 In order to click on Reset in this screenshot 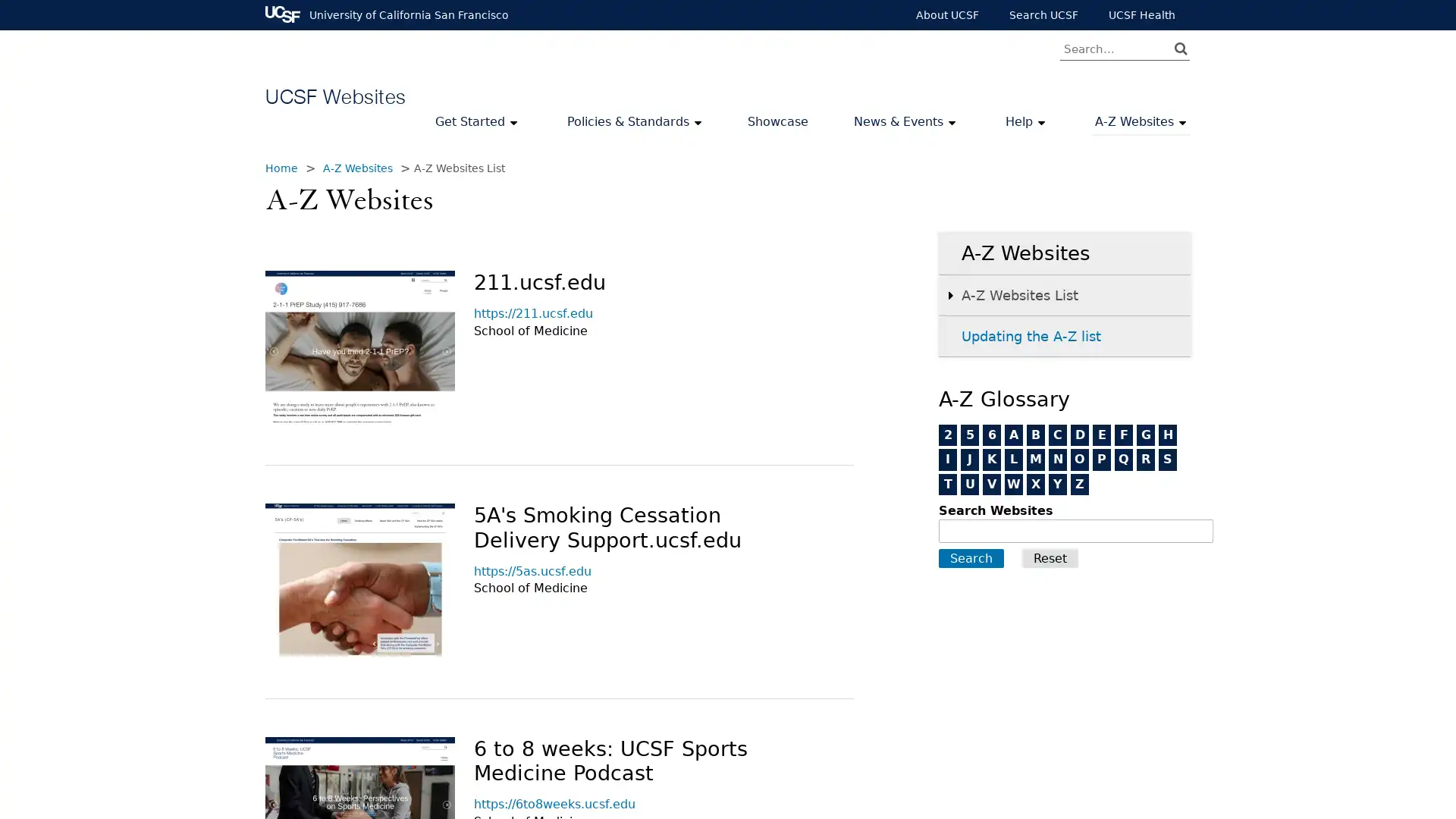, I will do `click(1050, 558)`.